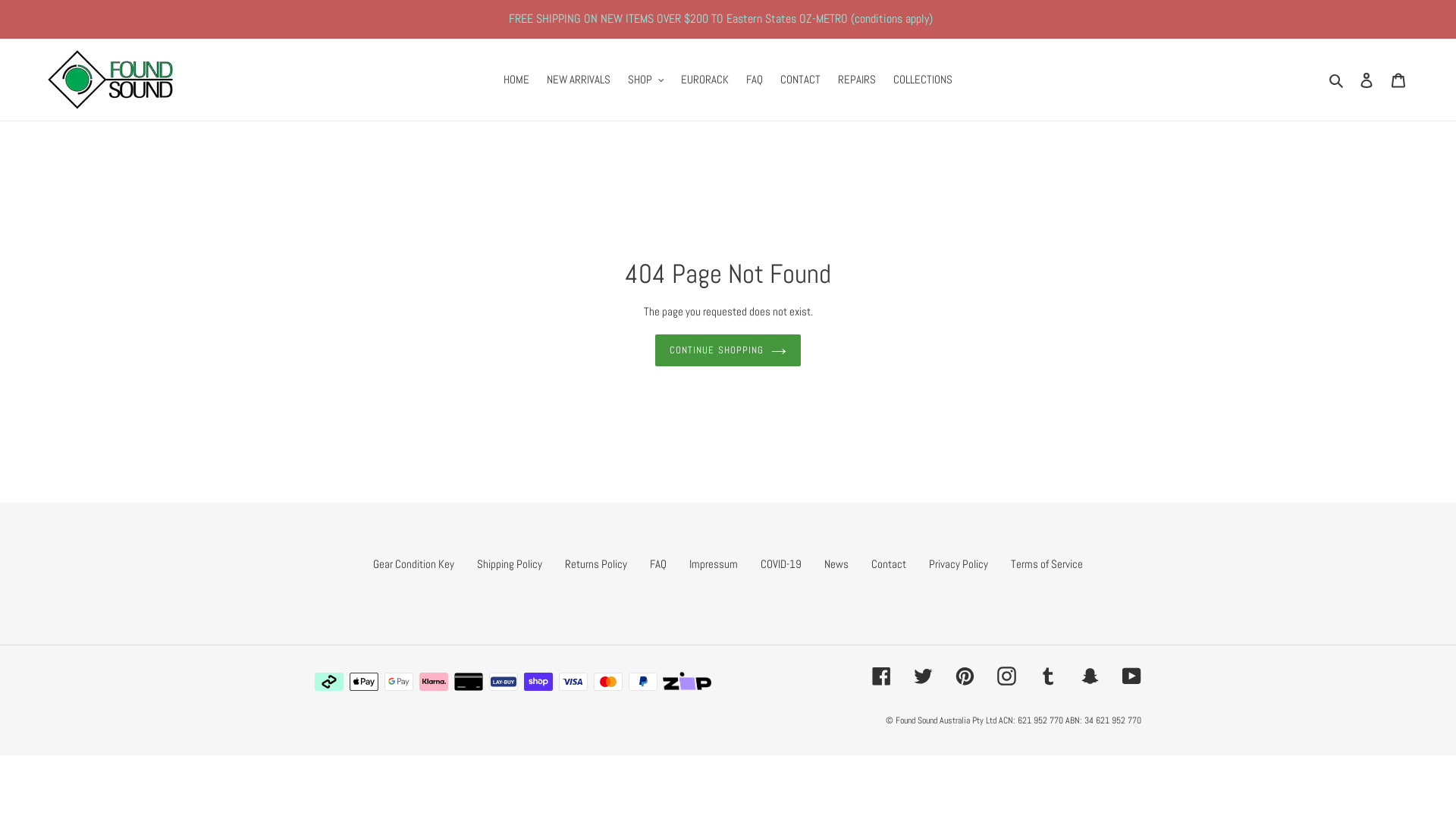 The width and height of the screenshot is (1456, 819). What do you see at coordinates (1037, 675) in the screenshot?
I see `'Tumblr'` at bounding box center [1037, 675].